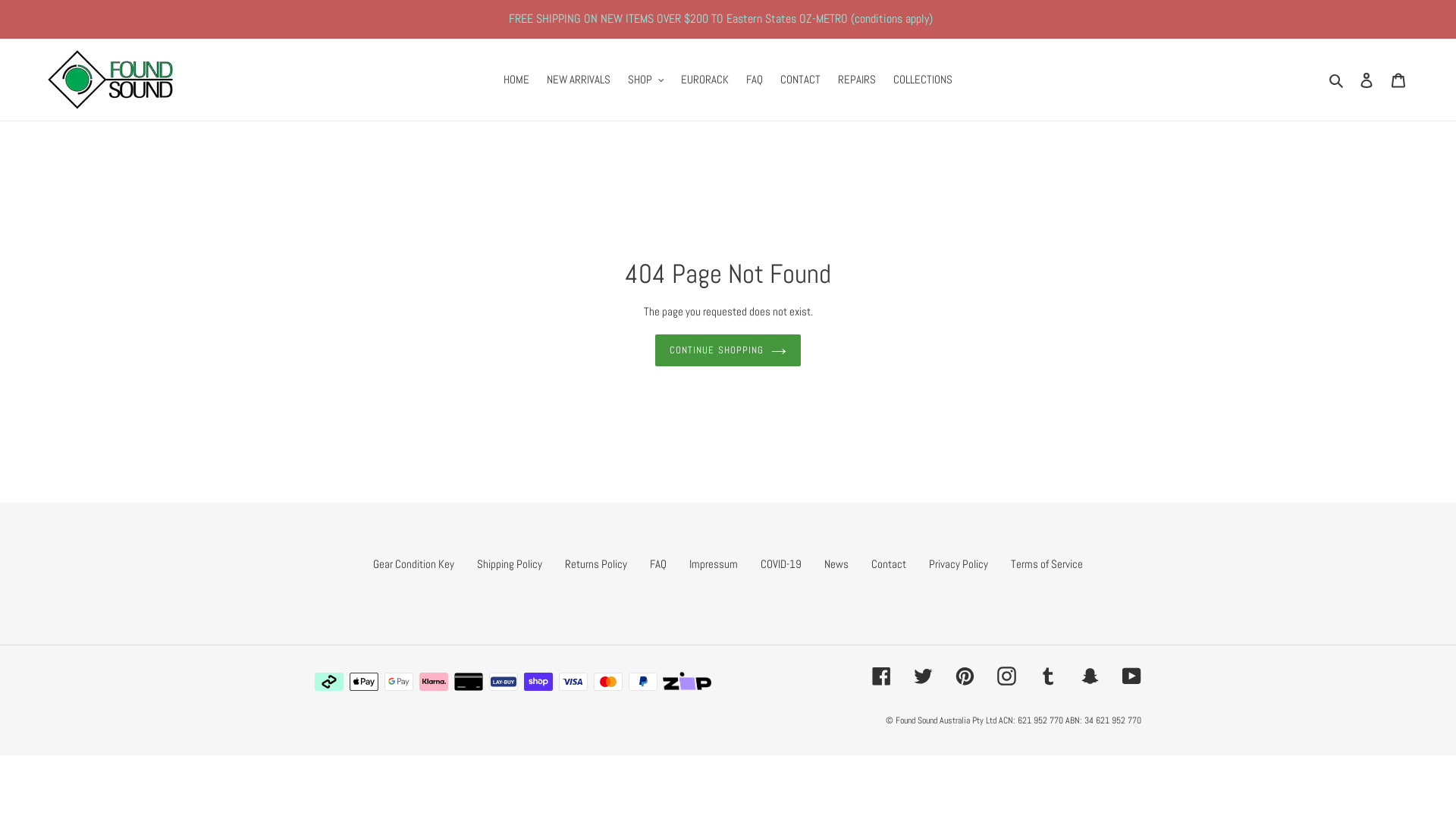 The width and height of the screenshot is (1456, 819). What do you see at coordinates (1037, 675) in the screenshot?
I see `'Tumblr'` at bounding box center [1037, 675].